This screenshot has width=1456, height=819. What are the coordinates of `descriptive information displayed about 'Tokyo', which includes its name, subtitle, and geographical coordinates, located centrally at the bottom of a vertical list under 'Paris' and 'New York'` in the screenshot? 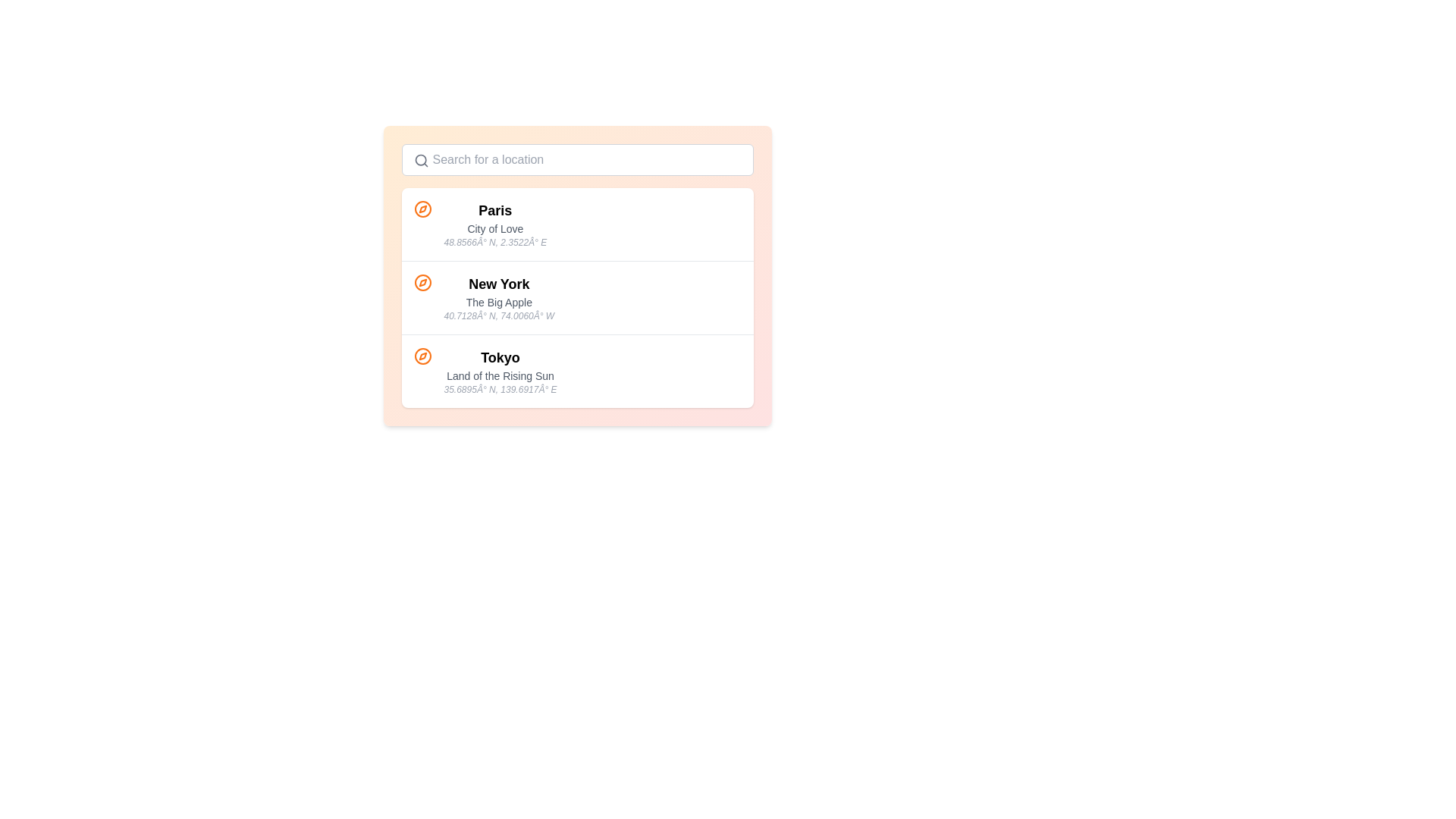 It's located at (500, 371).